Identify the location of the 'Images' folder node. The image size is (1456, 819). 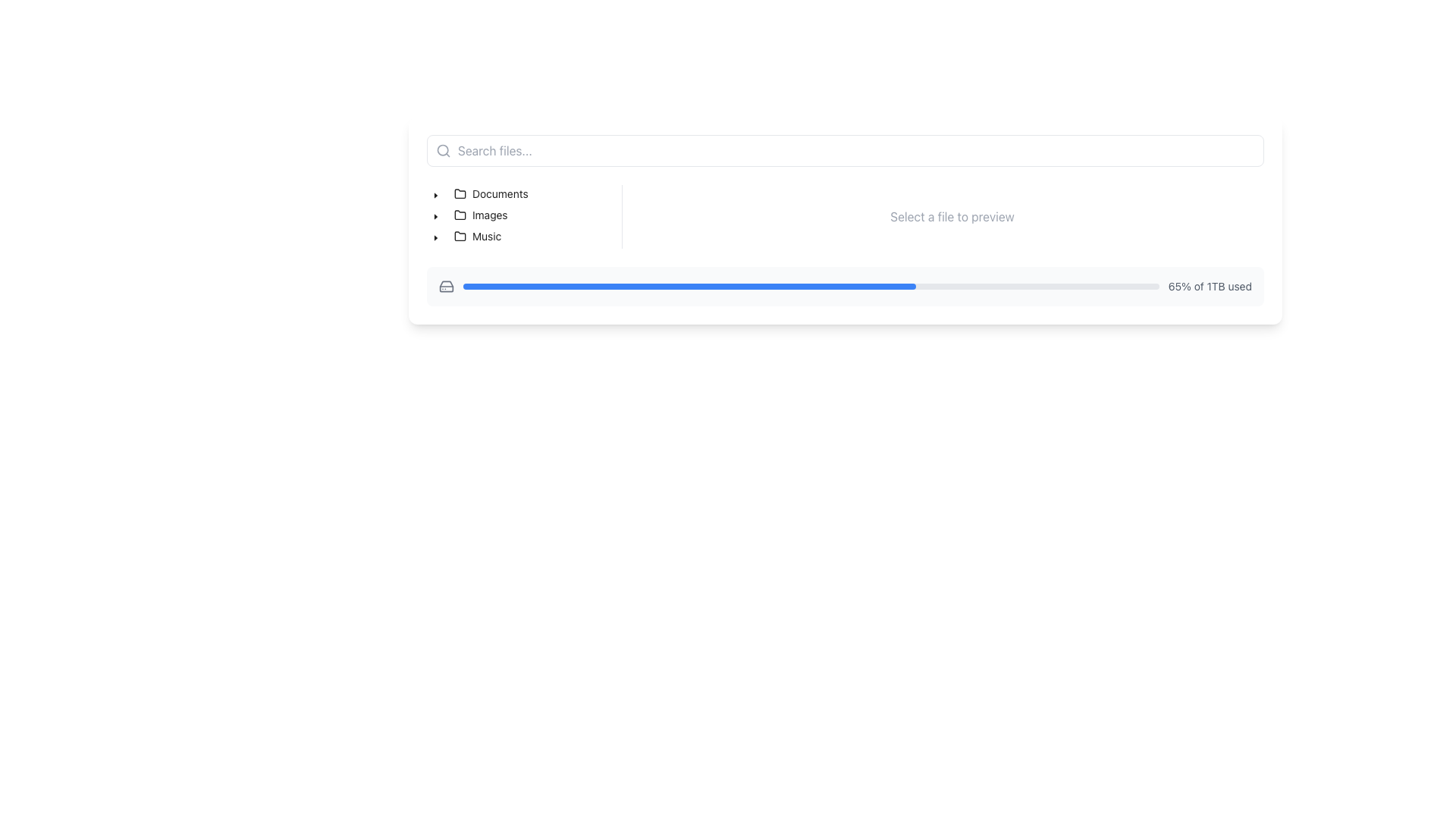
(480, 215).